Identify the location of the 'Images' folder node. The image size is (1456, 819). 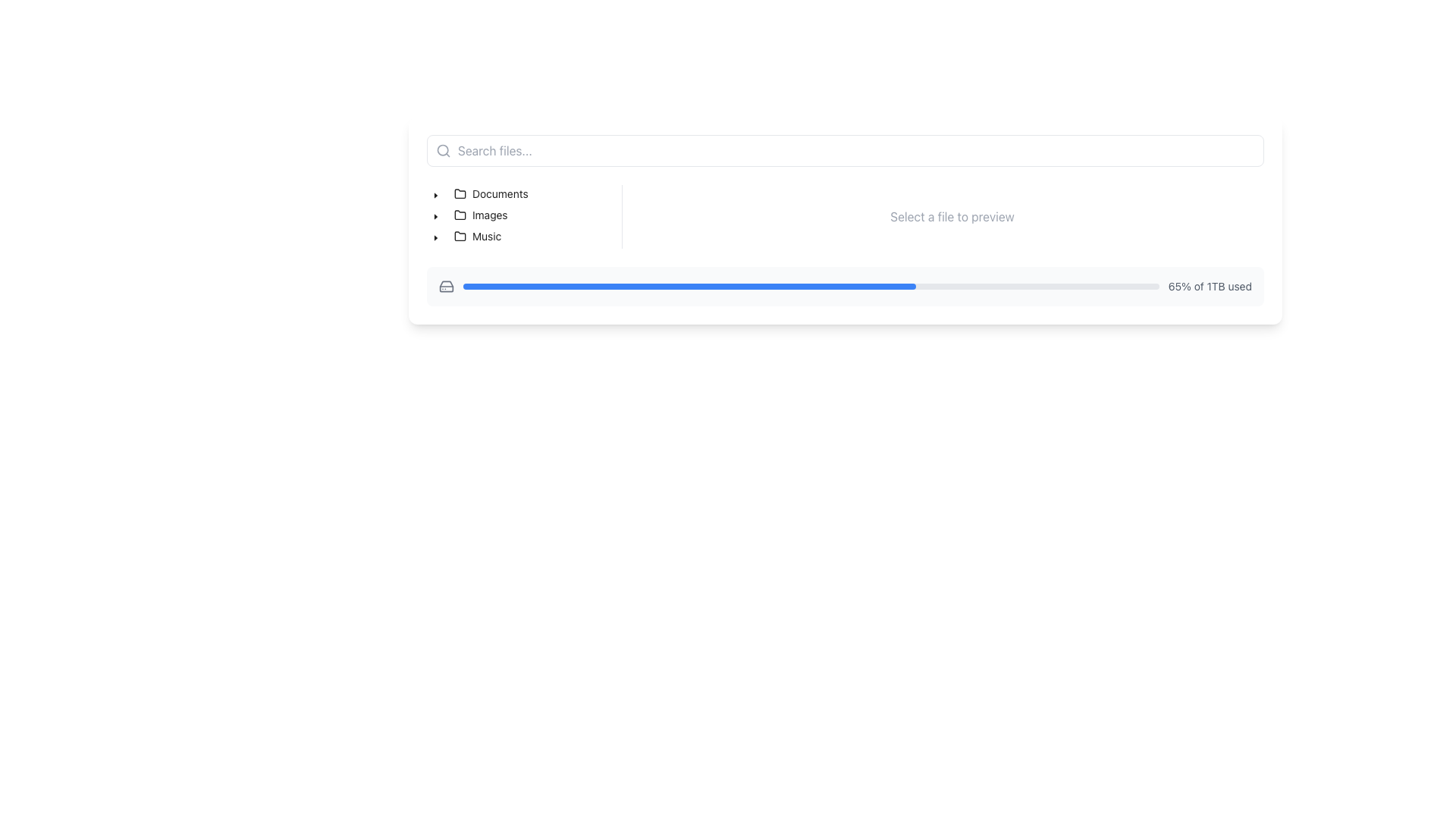
(480, 215).